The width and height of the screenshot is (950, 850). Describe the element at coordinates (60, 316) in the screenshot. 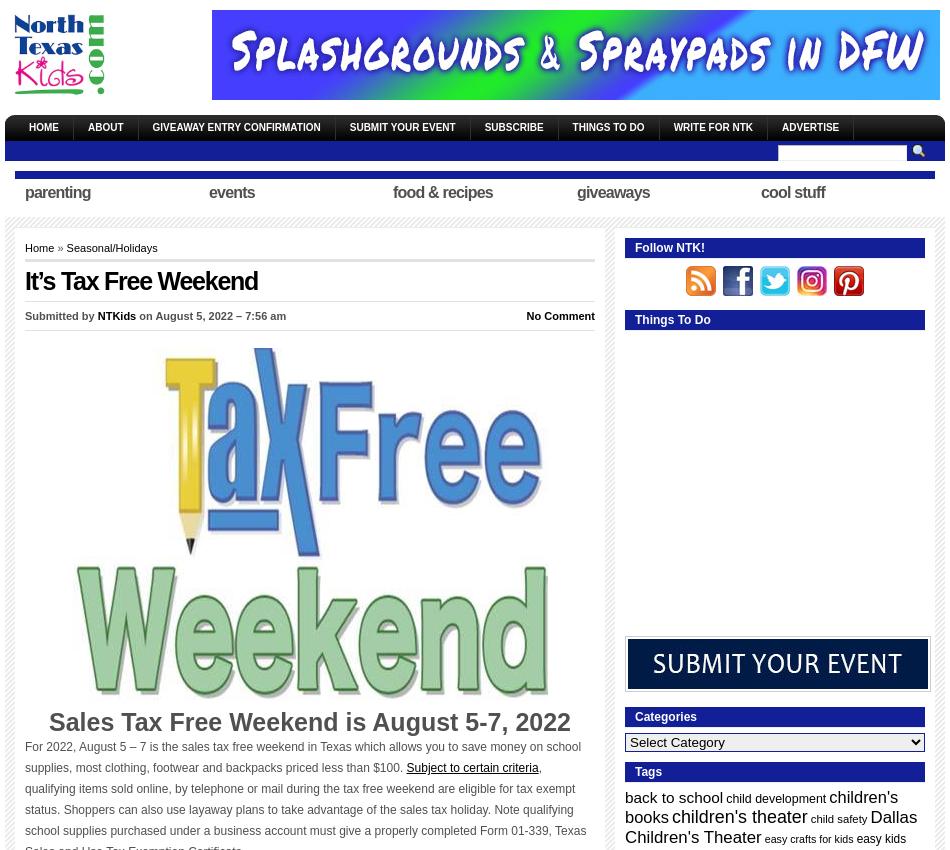

I see `'Submitted by'` at that location.